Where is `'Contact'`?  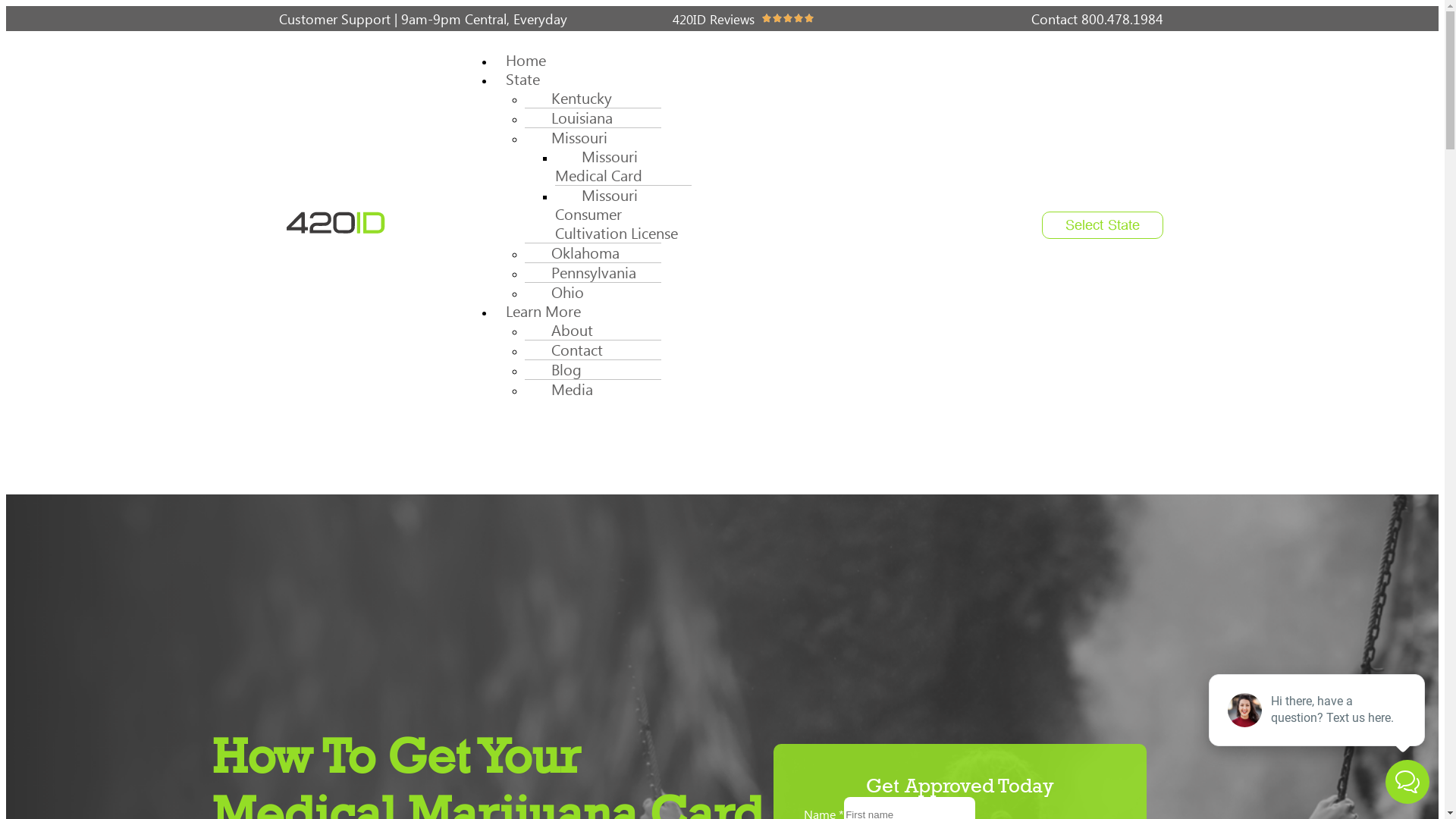
'Contact' is located at coordinates (568, 350).